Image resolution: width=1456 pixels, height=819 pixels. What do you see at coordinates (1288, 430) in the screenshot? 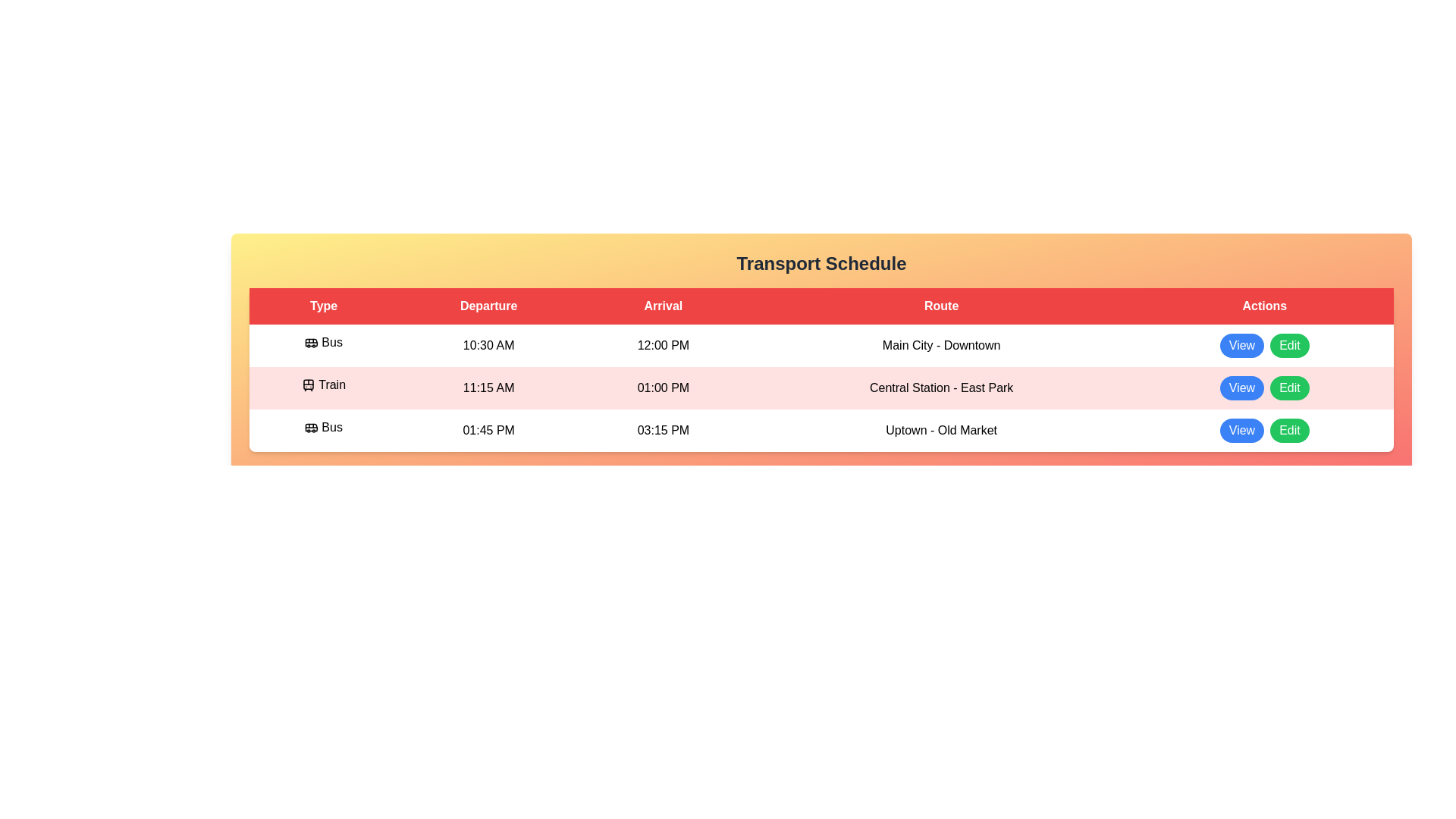
I see `'Edit' button for the row corresponding to Bus - Uptown - Old Market` at bounding box center [1288, 430].